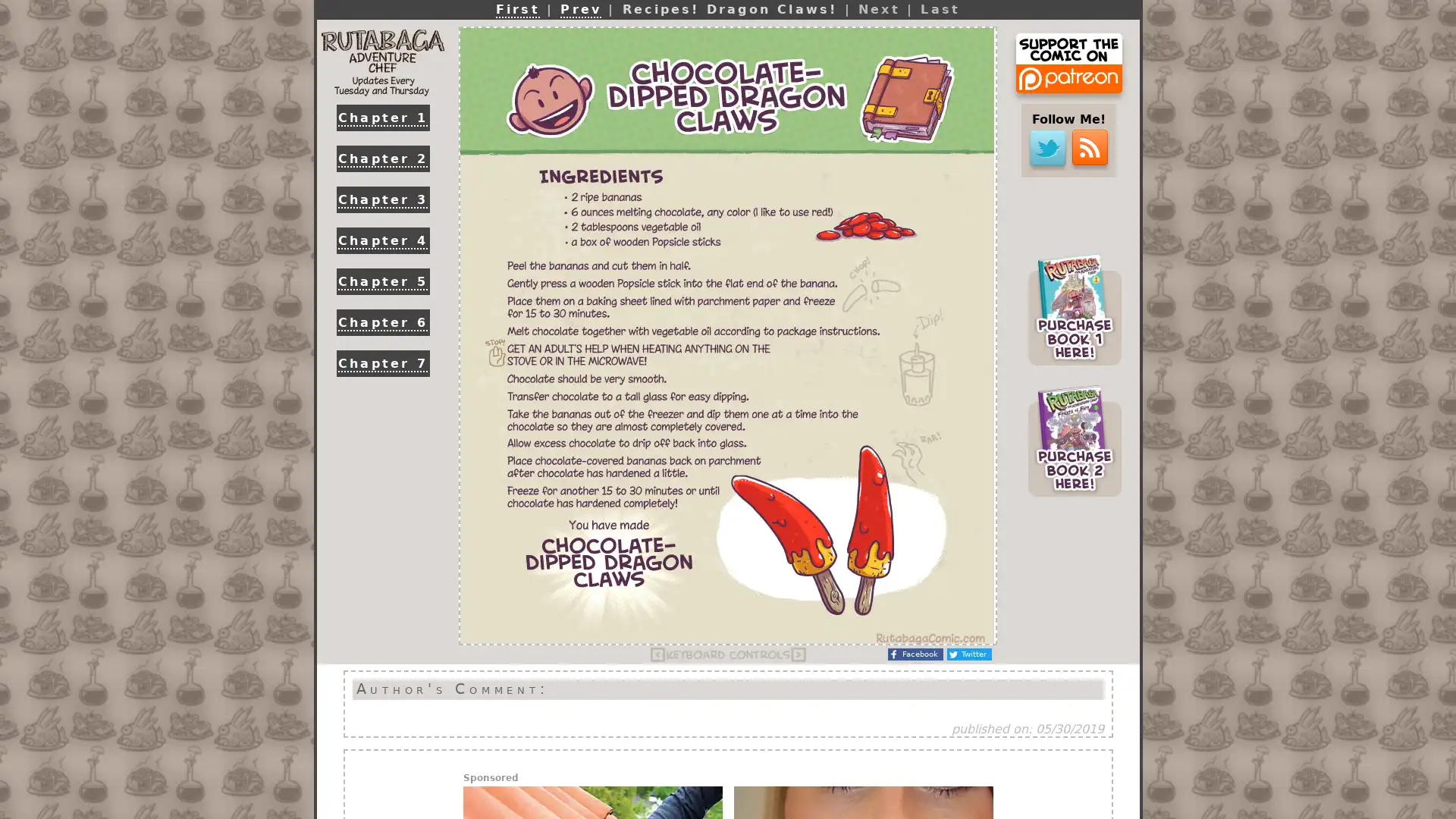 This screenshot has height=819, width=1456. What do you see at coordinates (968, 654) in the screenshot?
I see `Share to TwitterTwitter` at bounding box center [968, 654].